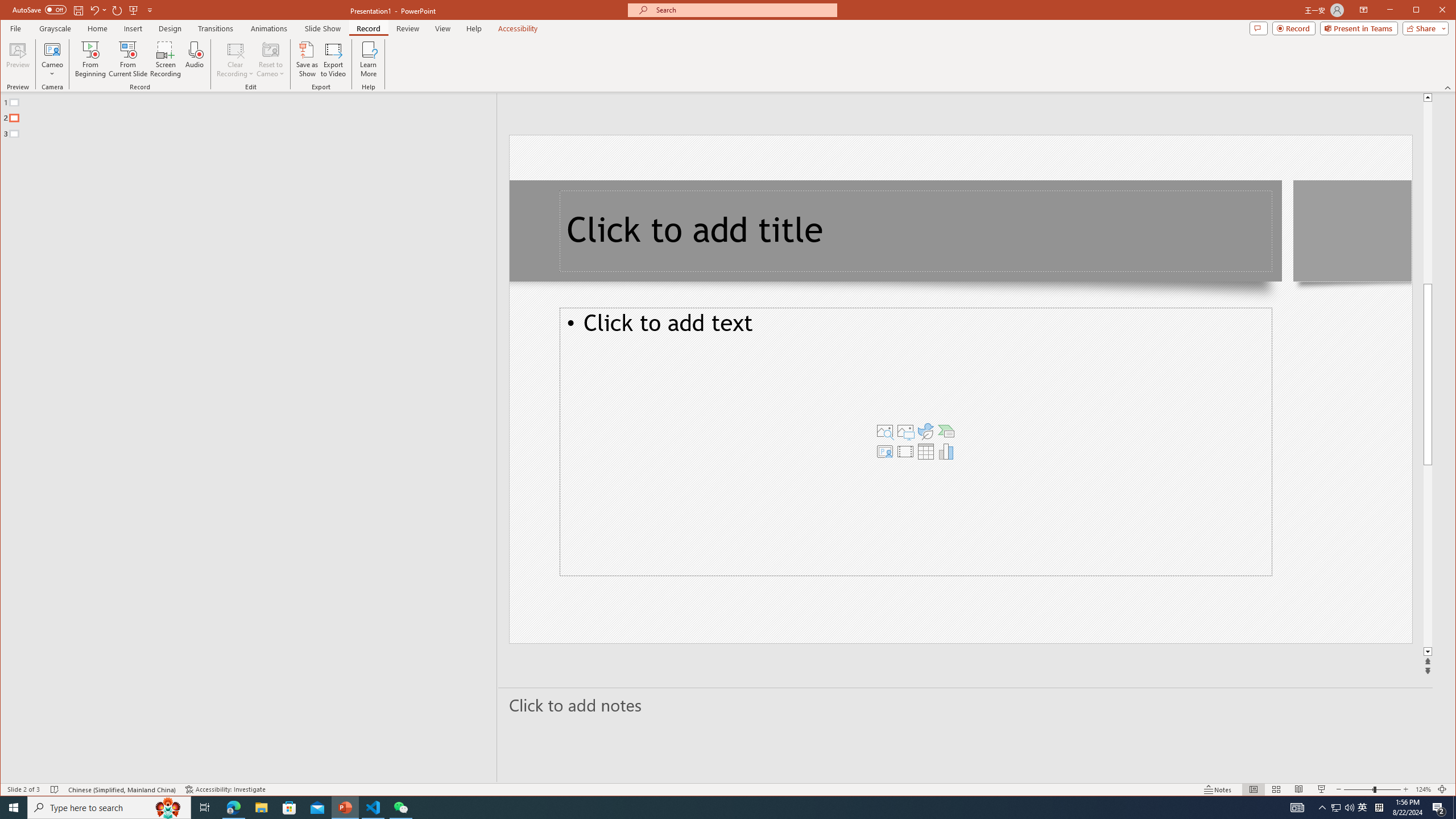 The width and height of the screenshot is (1456, 819). Describe the element at coordinates (885, 431) in the screenshot. I see `'Stock Images'` at that location.